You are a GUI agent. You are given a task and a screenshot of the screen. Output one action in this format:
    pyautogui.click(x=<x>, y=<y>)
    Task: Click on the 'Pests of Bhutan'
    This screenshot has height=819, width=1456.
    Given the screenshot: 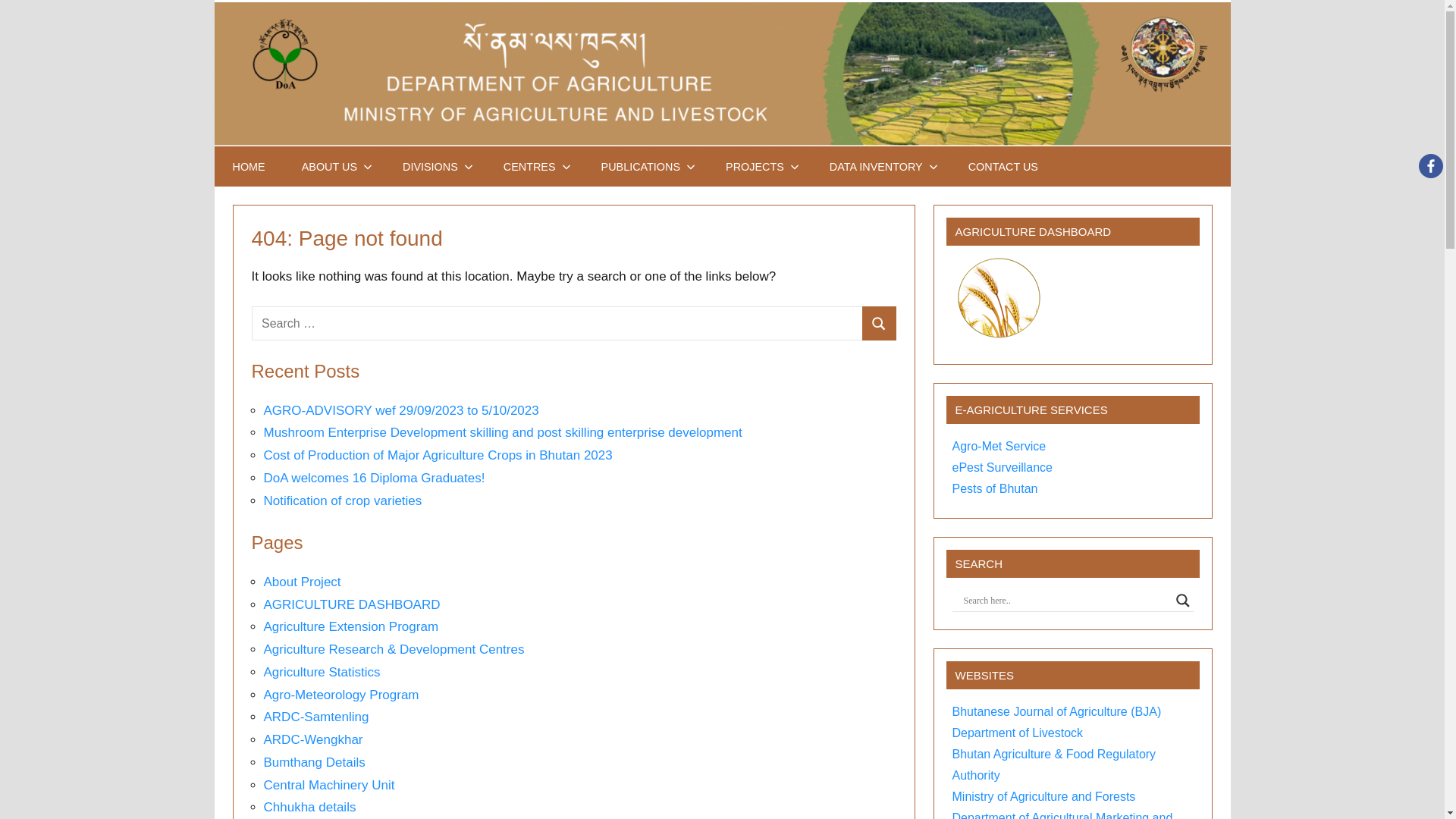 What is the action you would take?
    pyautogui.click(x=952, y=488)
    